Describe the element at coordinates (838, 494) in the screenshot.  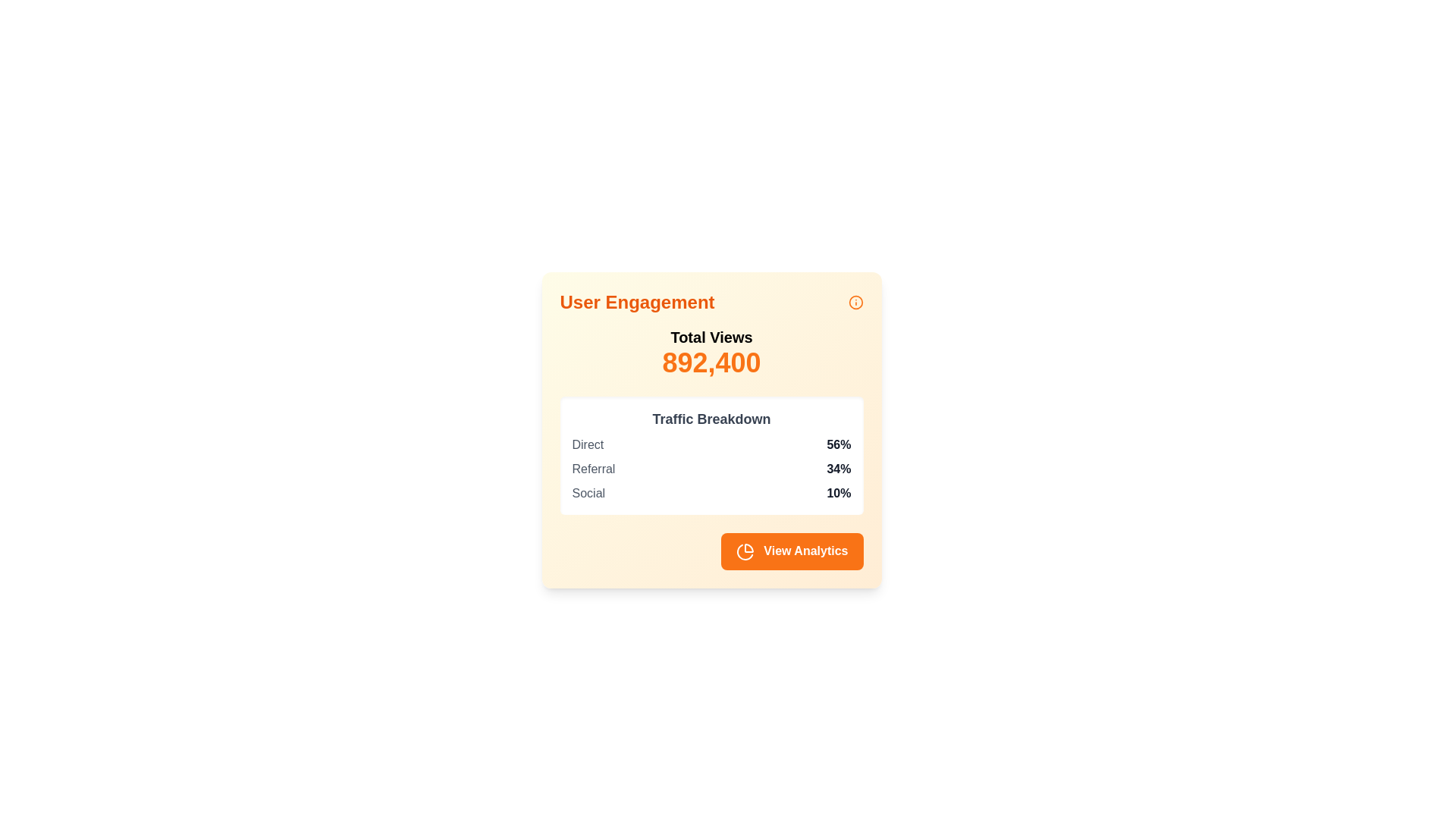
I see `the informational Static Text displaying the percentage value of traffic from social sources, located to the immediate right of the label 'Social' in the 'Traffic Breakdown' section` at that location.